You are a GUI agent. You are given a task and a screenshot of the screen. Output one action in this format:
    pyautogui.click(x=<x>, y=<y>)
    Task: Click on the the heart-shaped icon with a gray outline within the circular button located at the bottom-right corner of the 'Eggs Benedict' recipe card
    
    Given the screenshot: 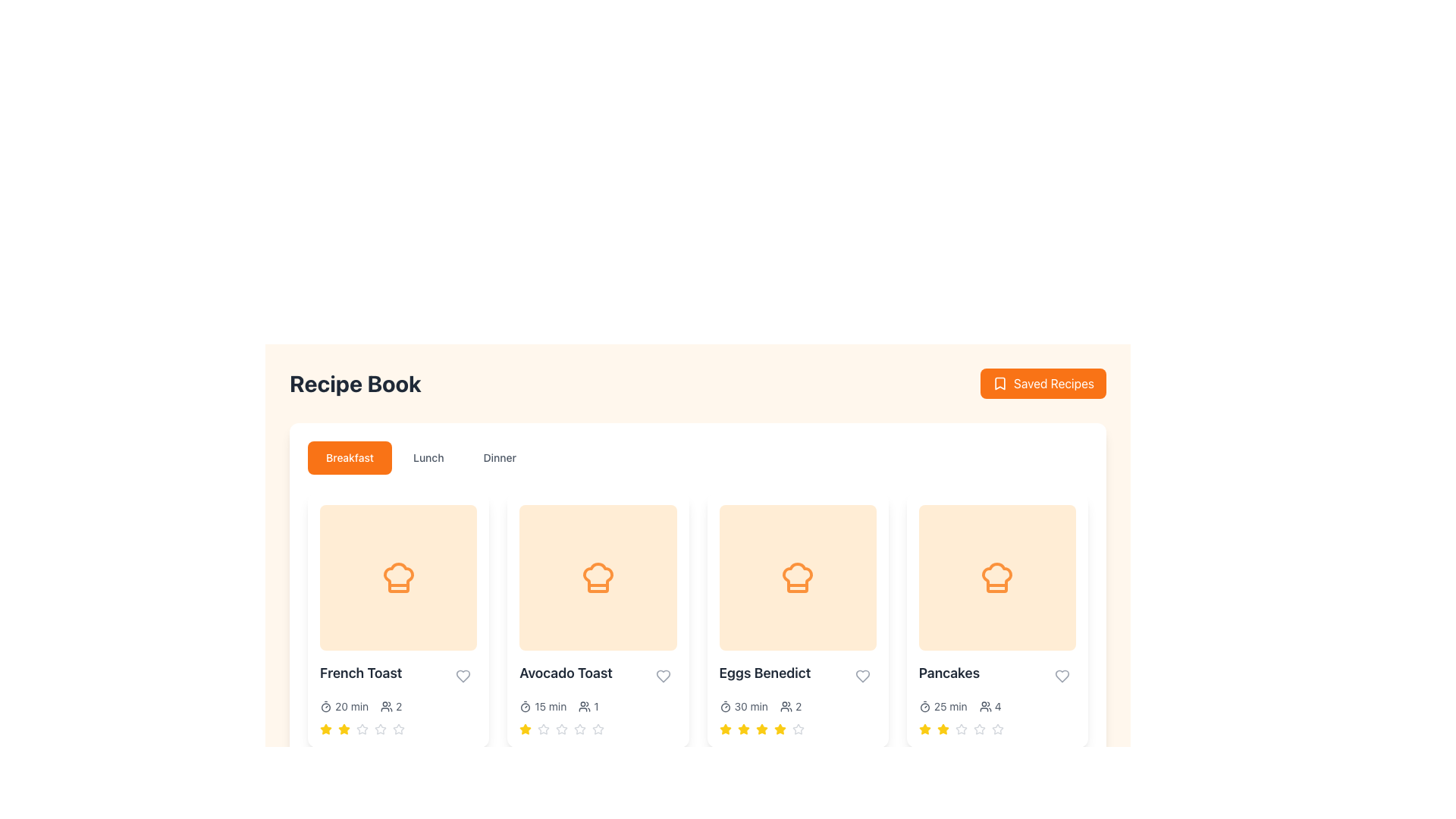 What is the action you would take?
    pyautogui.click(x=862, y=675)
    